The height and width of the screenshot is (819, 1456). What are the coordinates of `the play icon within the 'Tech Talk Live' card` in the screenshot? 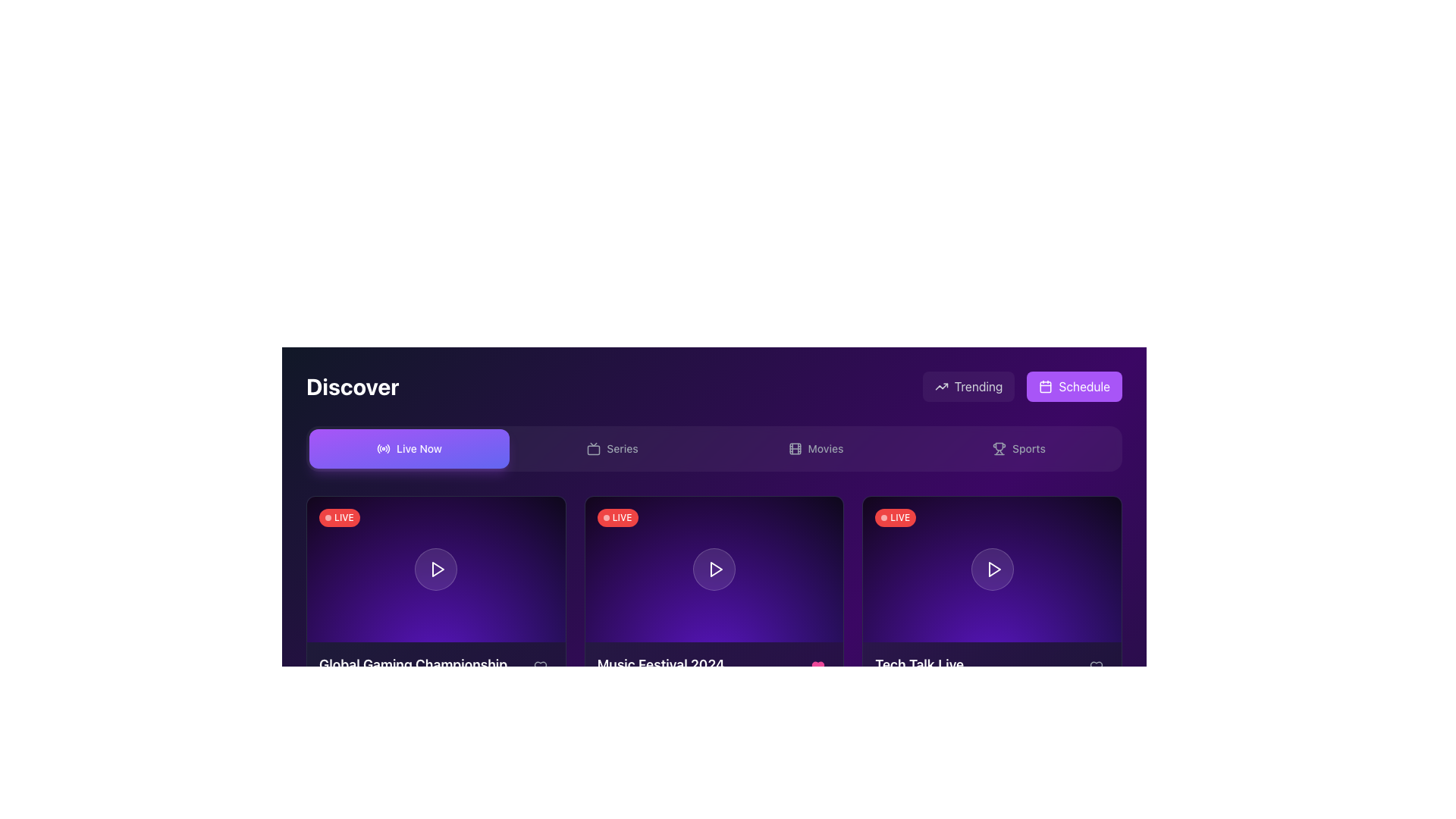 It's located at (994, 569).